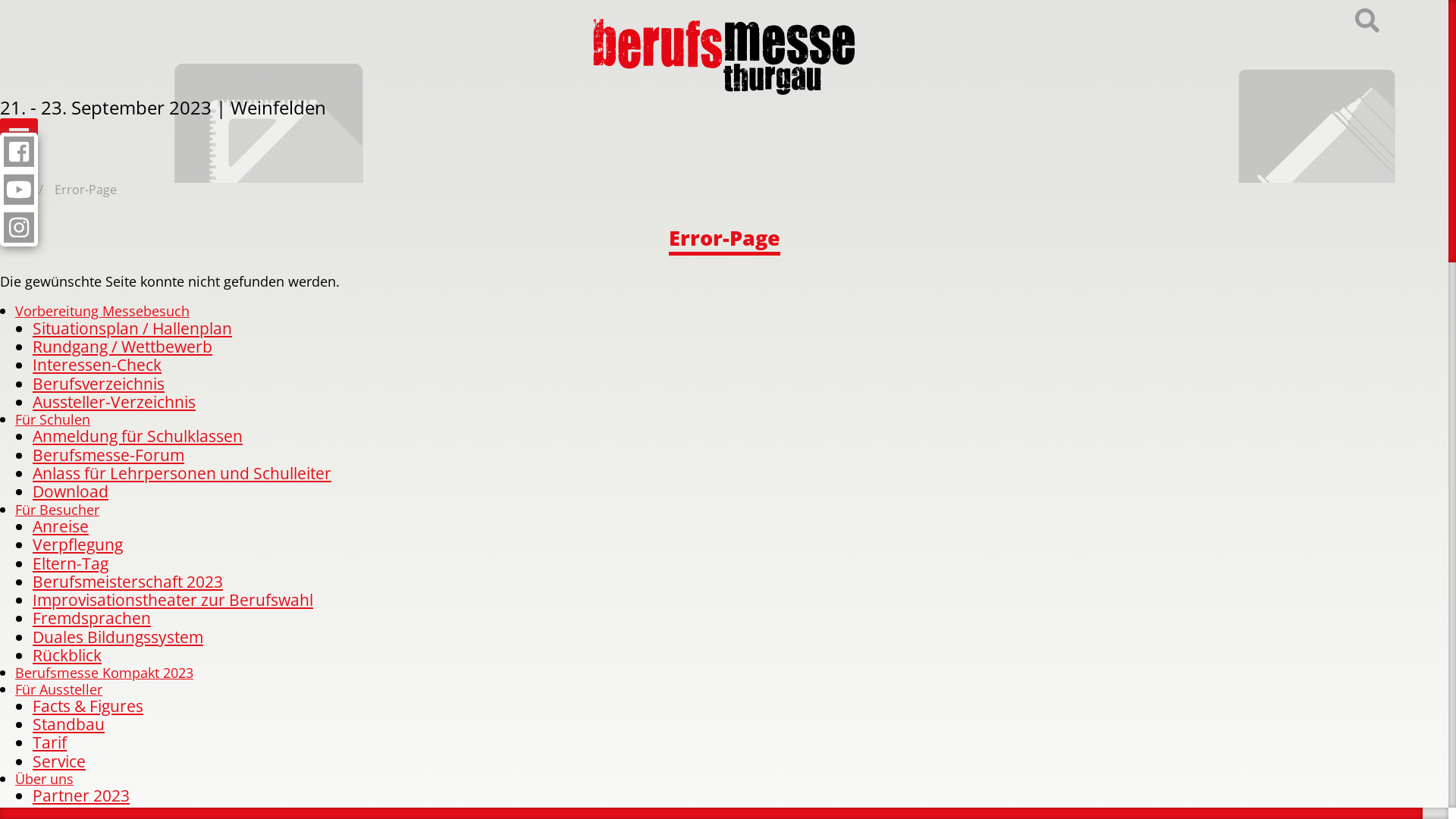 The width and height of the screenshot is (1456, 819). Describe the element at coordinates (61, 525) in the screenshot. I see `'Anreise'` at that location.